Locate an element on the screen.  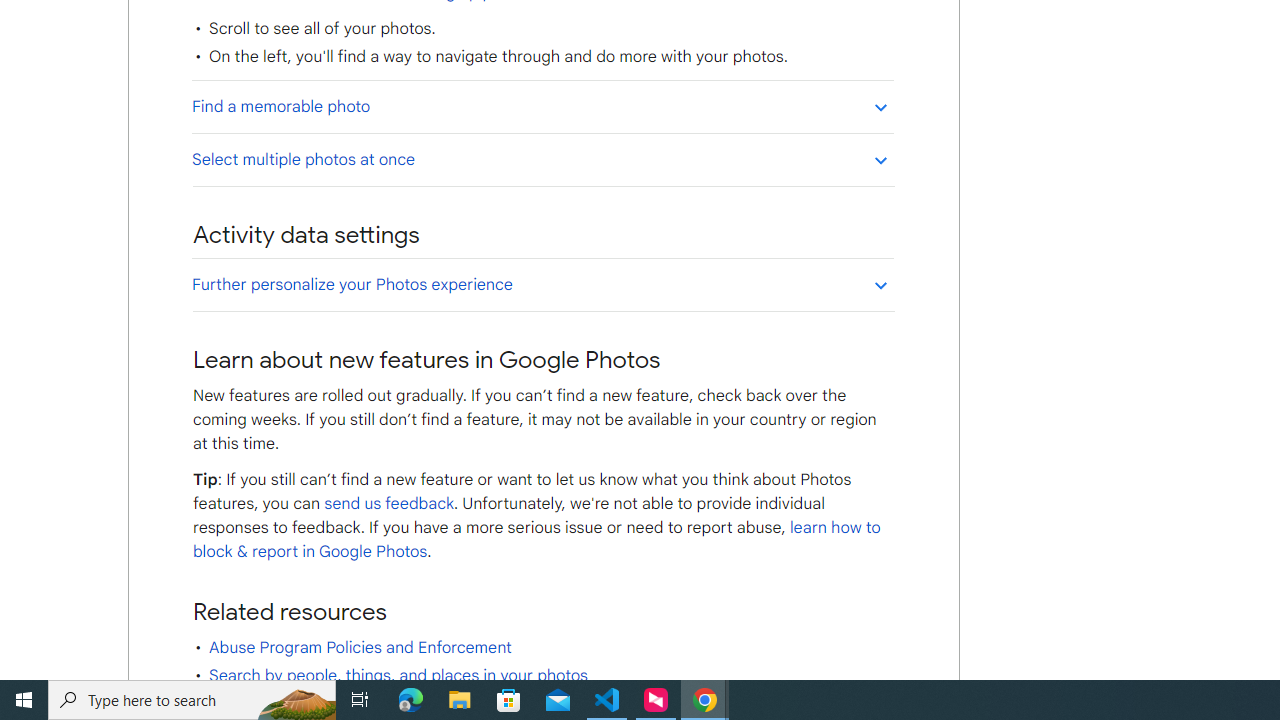
'Find a memorable photo' is located at coordinates (542, 106).